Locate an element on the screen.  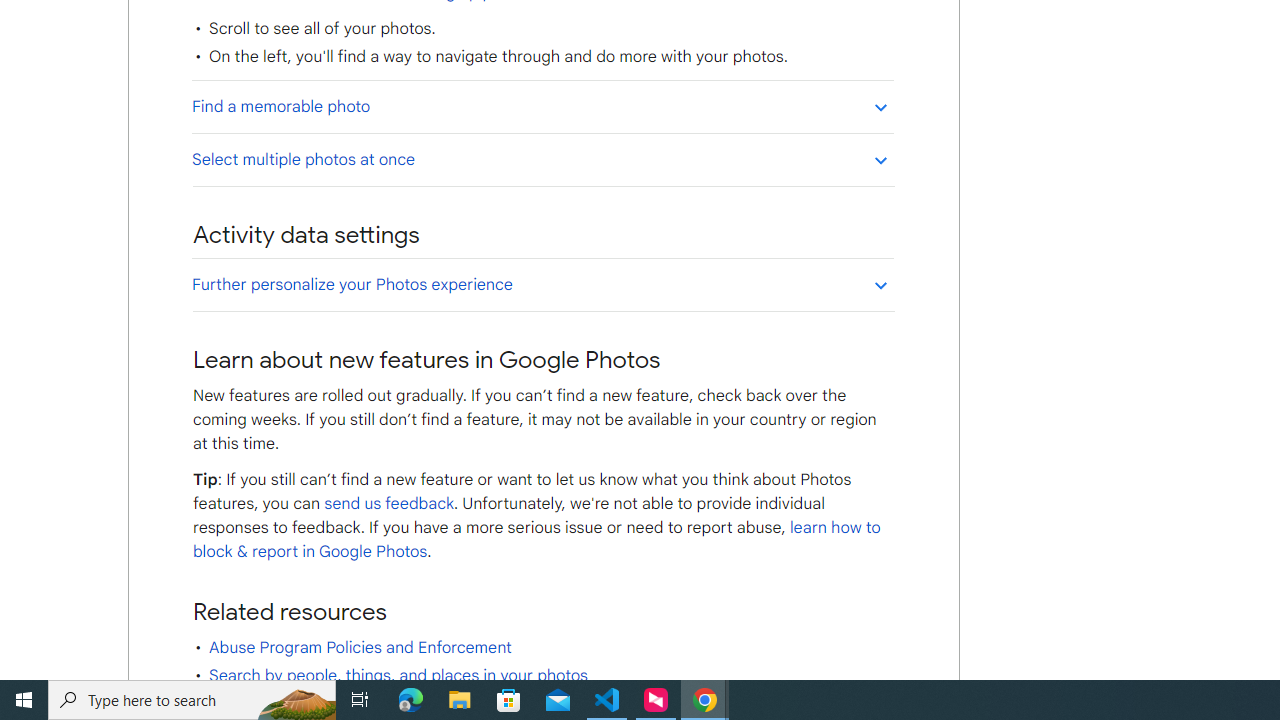
'Find a memorable photo' is located at coordinates (542, 106).